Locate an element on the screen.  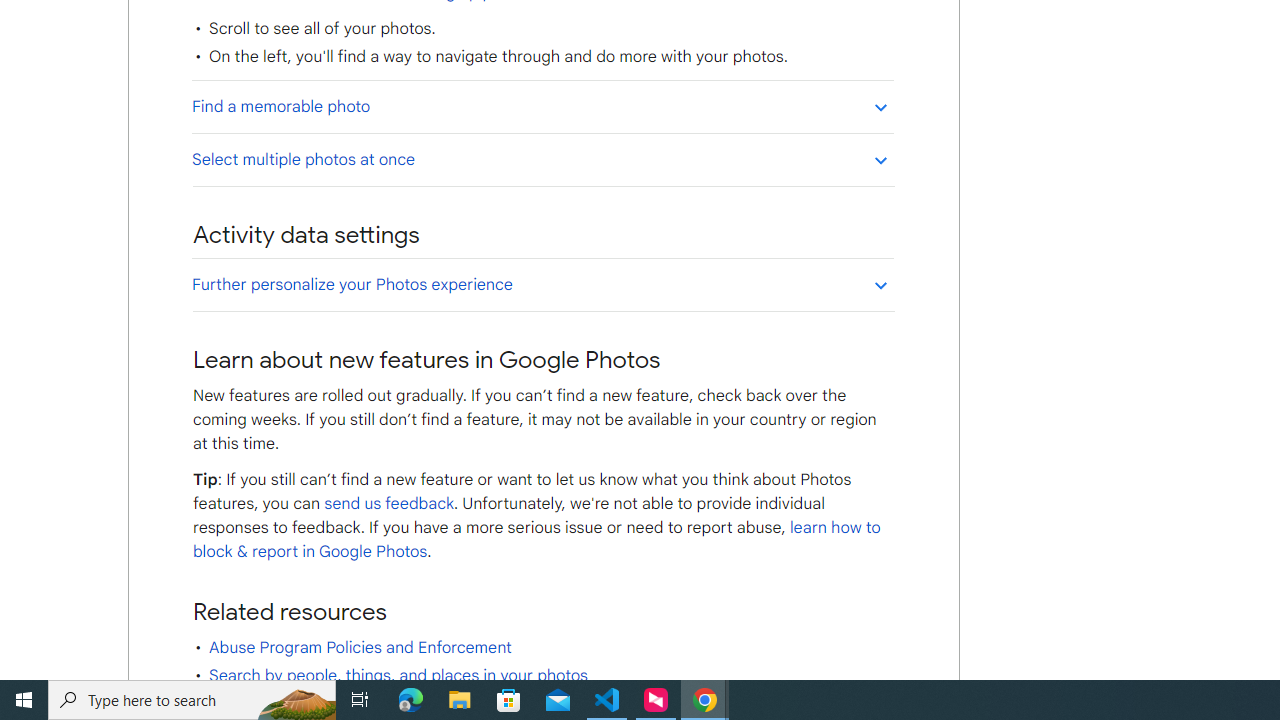
'Find a memorable photo' is located at coordinates (542, 106).